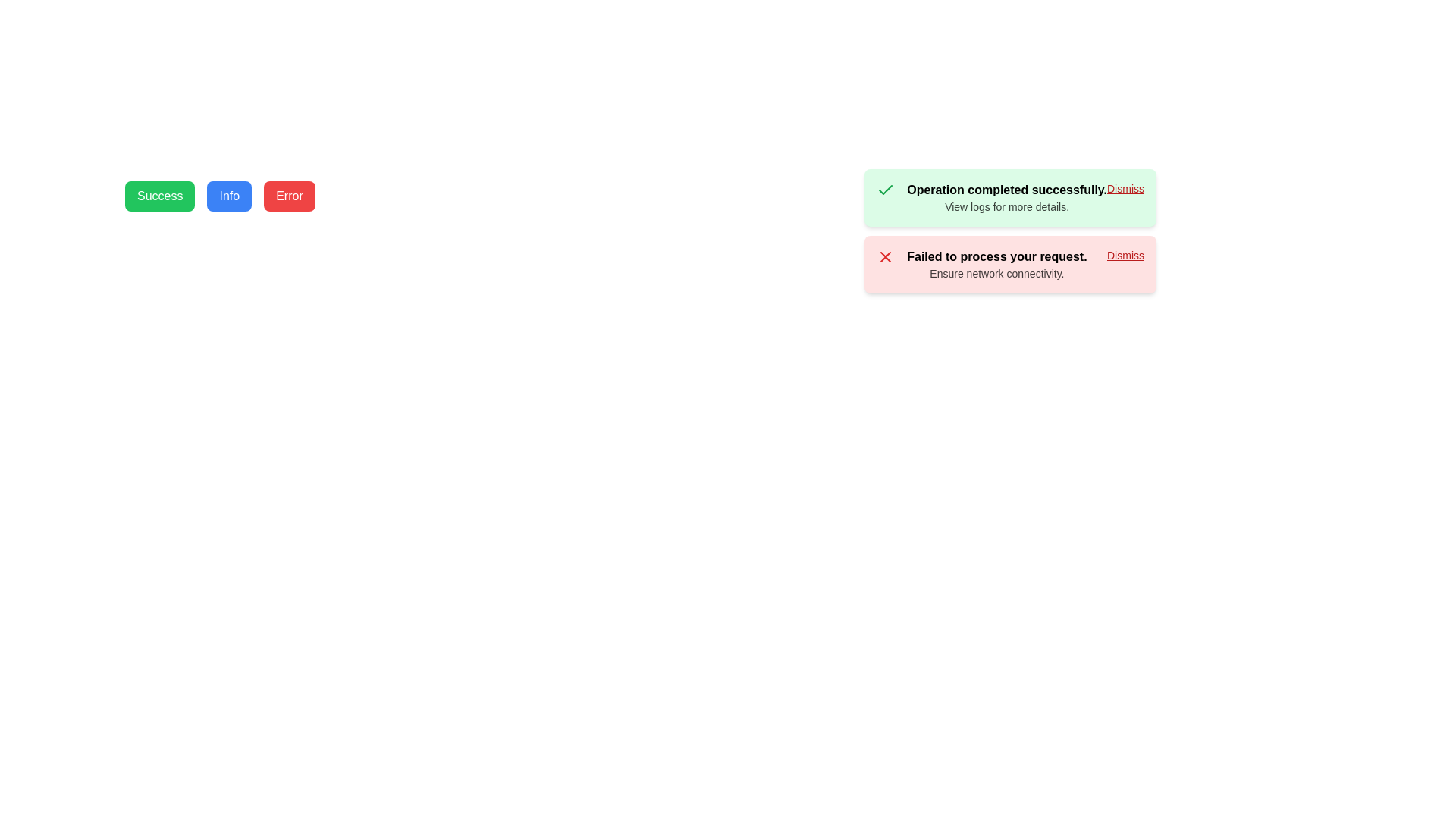 This screenshot has width=1456, height=819. Describe the element at coordinates (997, 263) in the screenshot. I see `the text block displaying the alert message 'Failed to process your request.' within the red-tinted alert box` at that location.